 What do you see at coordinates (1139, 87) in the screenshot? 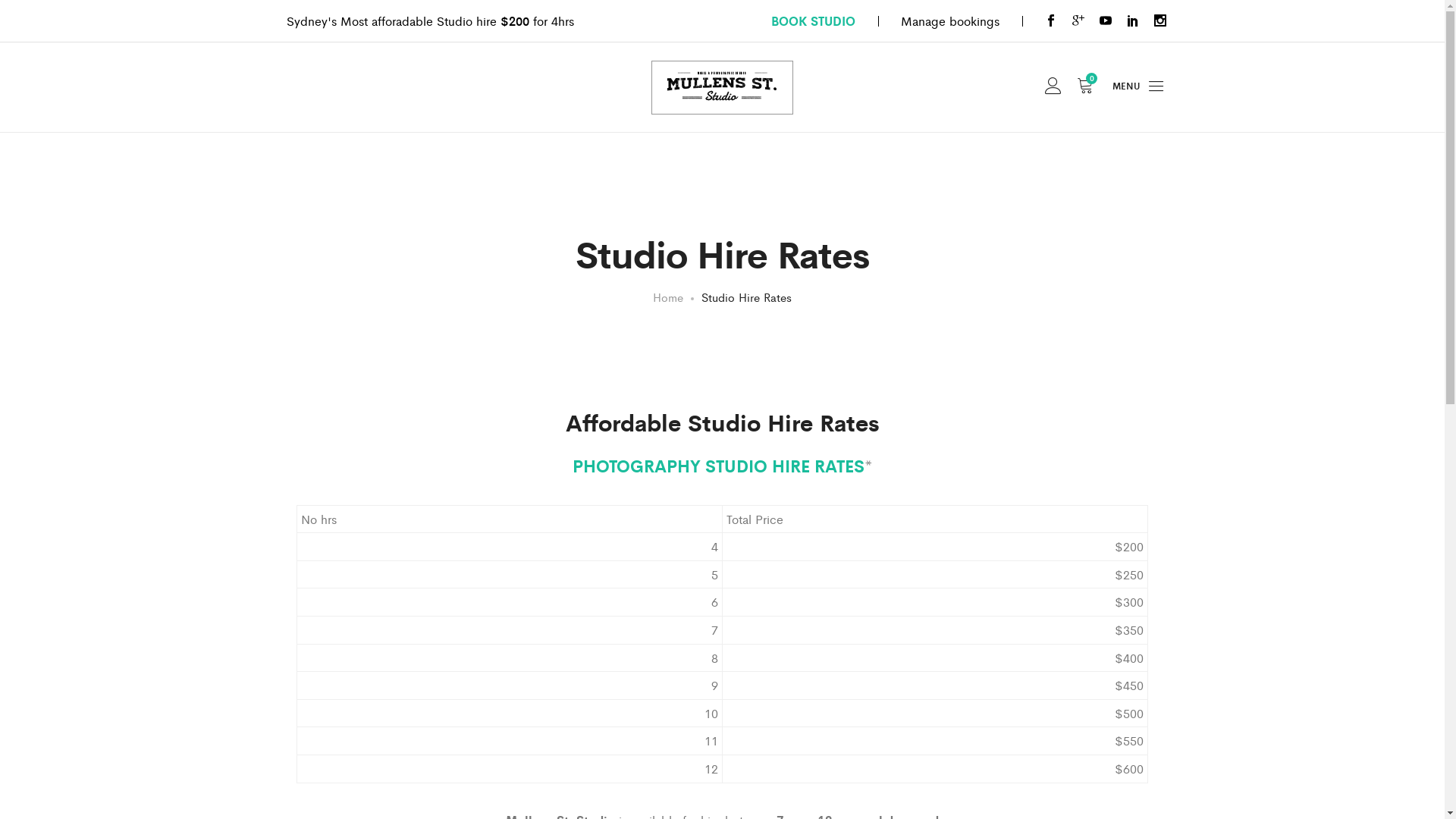
I see `'MENU'` at bounding box center [1139, 87].